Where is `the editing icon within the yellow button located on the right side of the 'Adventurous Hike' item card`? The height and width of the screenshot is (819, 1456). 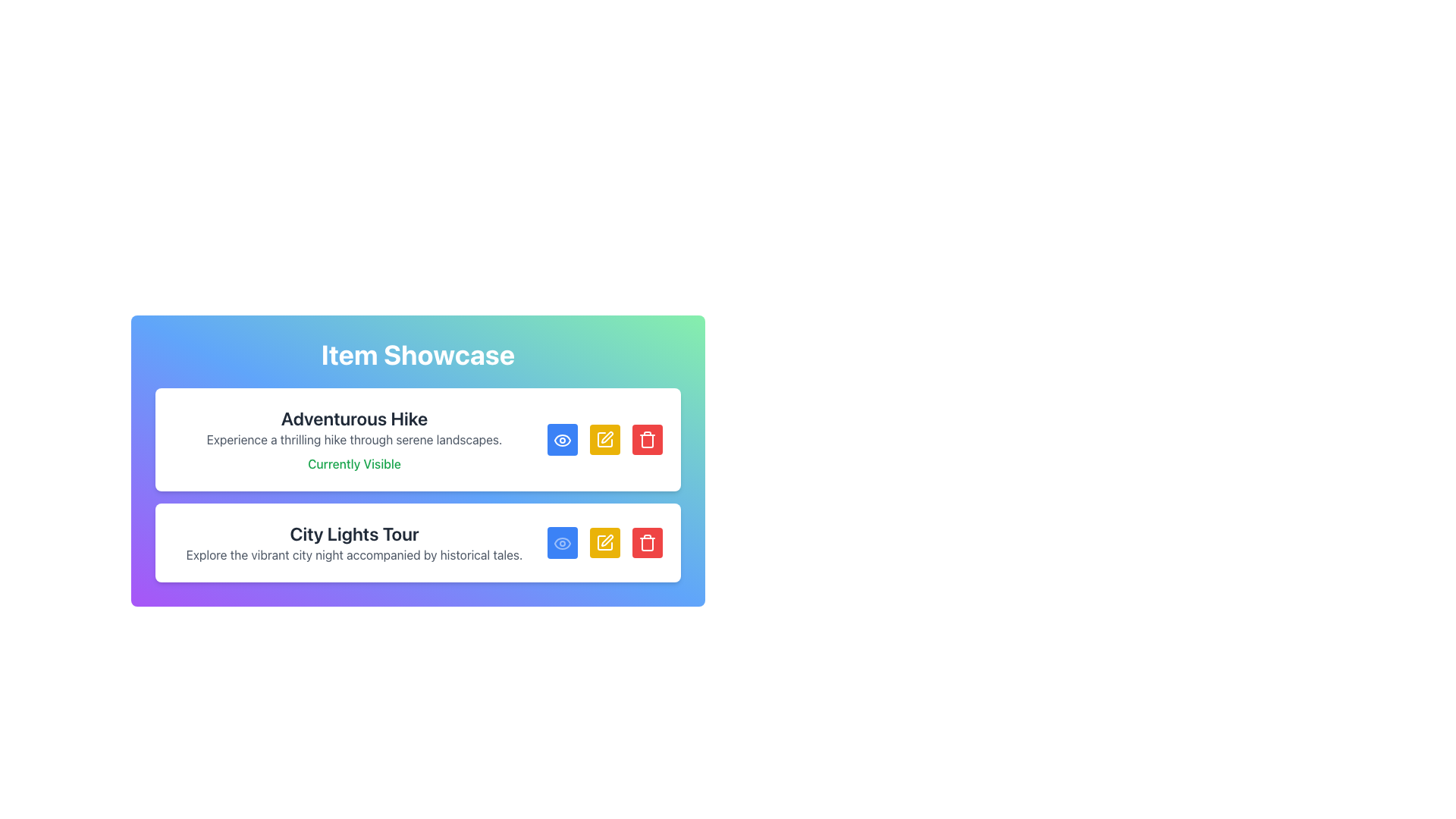
the editing icon within the yellow button located on the right side of the 'Adventurous Hike' item card is located at coordinates (604, 439).